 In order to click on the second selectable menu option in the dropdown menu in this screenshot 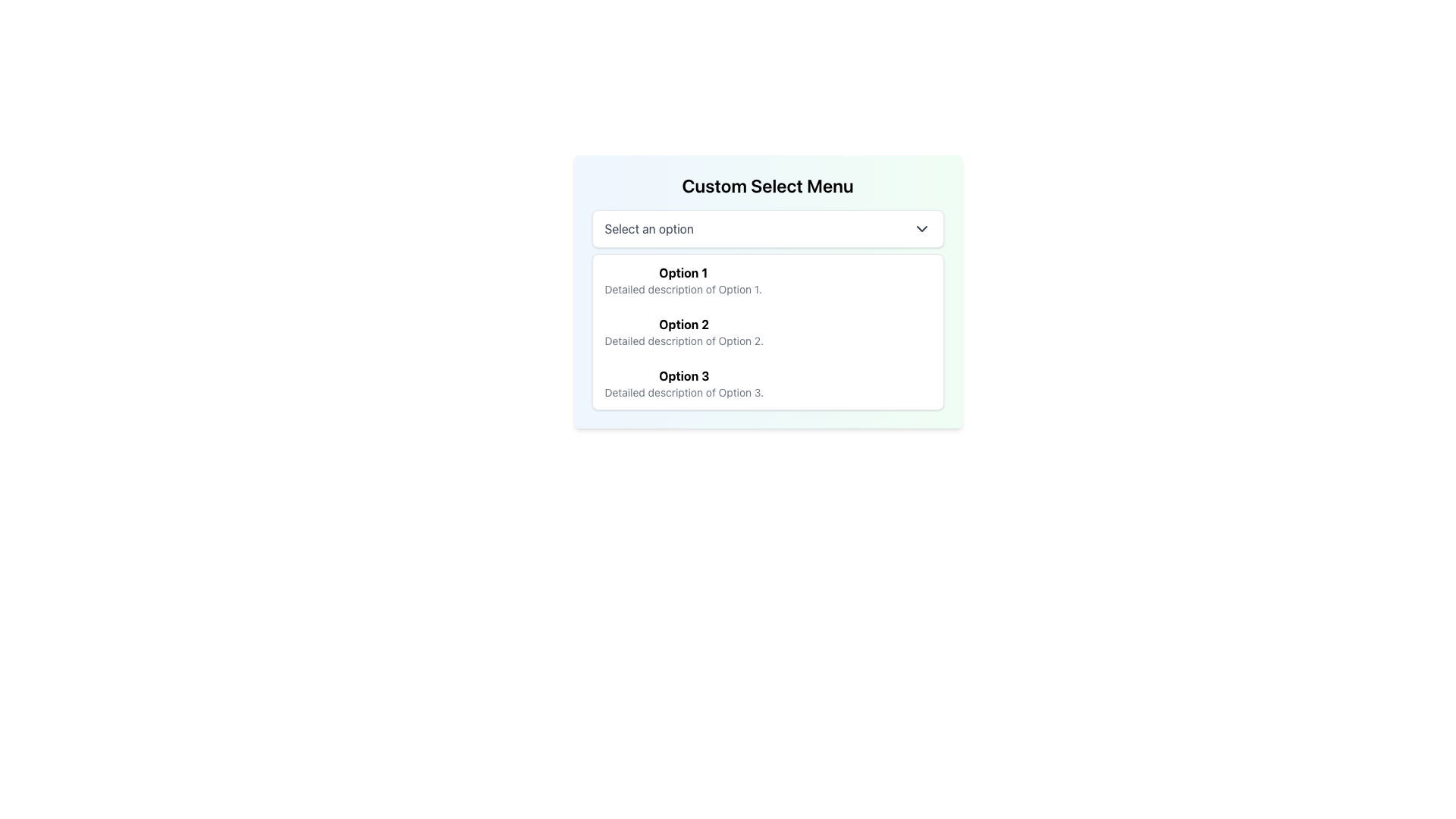, I will do `click(767, 331)`.